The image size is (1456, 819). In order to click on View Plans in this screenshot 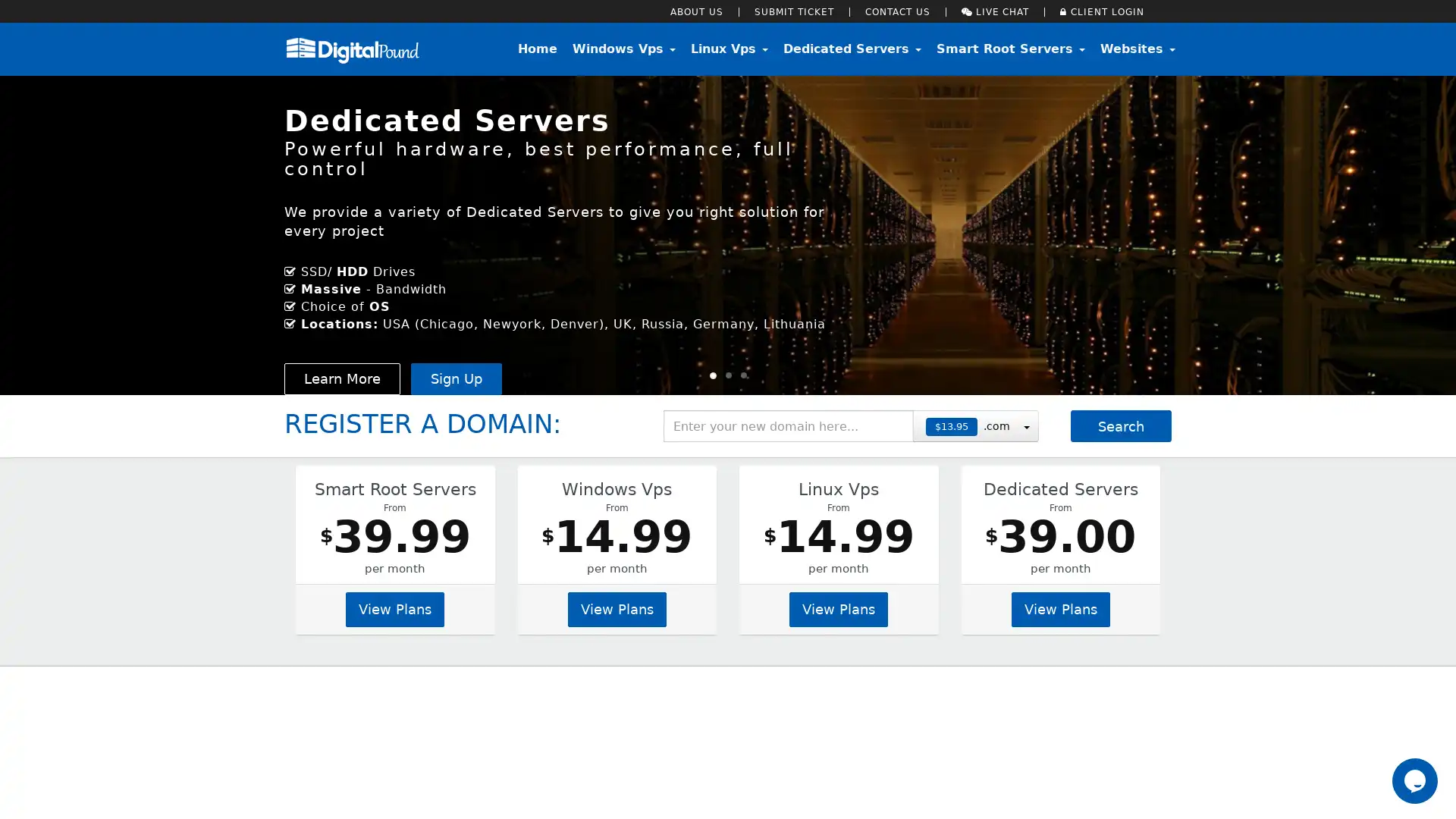, I will do `click(616, 607)`.